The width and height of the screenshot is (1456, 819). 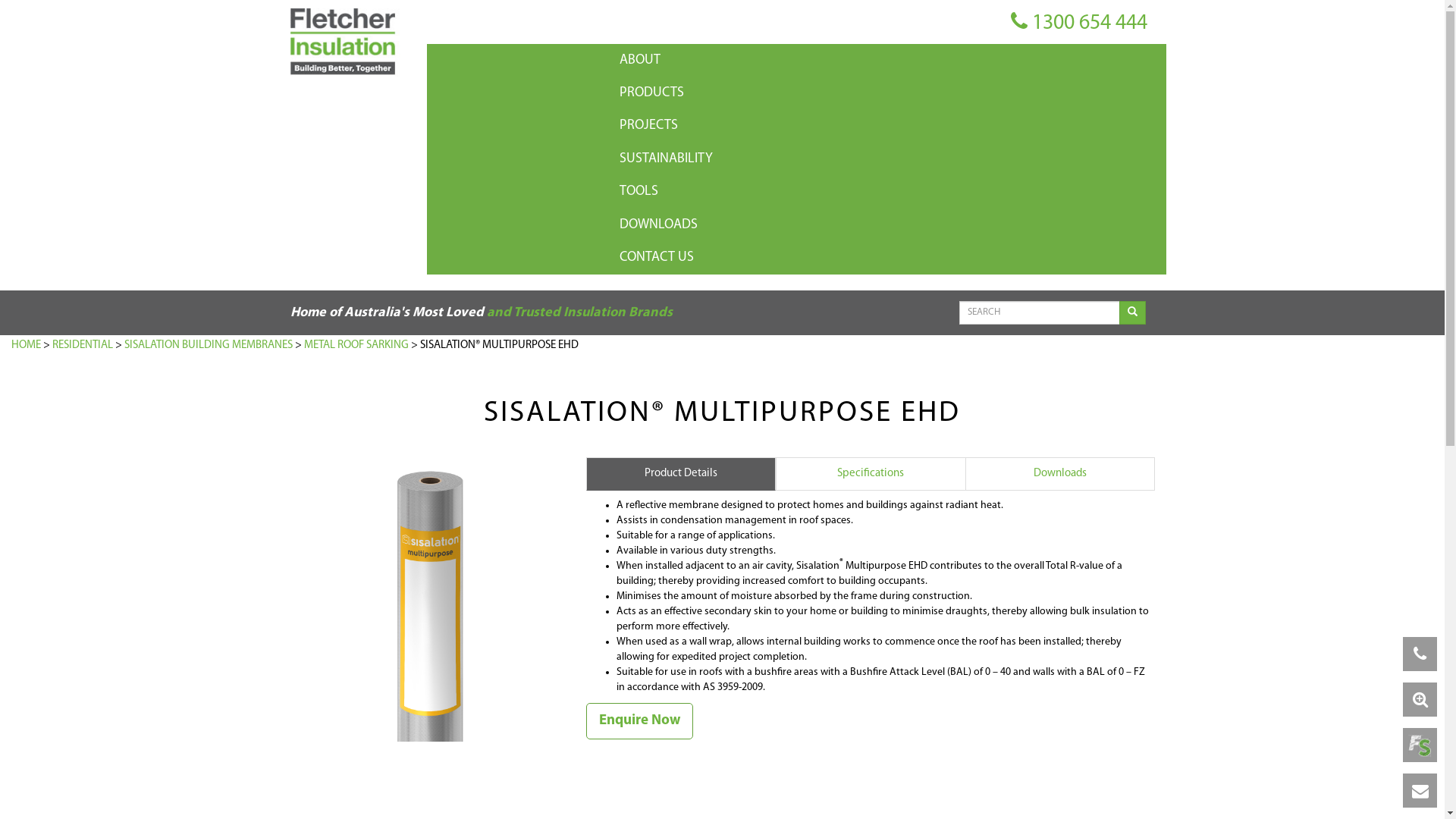 I want to click on 'search', so click(x=1132, y=312).